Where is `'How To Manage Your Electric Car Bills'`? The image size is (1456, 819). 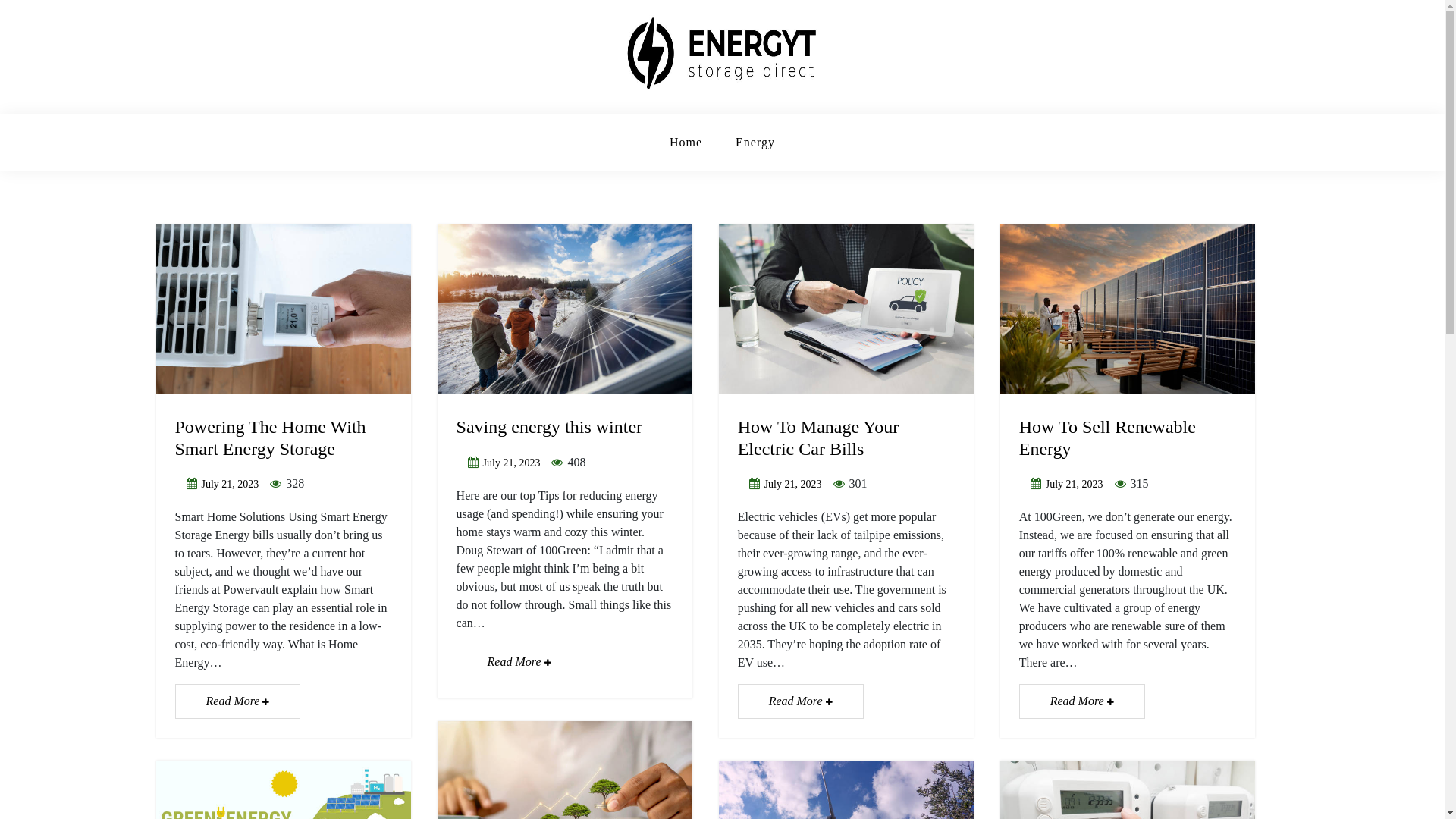
'How To Manage Your Electric Car Bills' is located at coordinates (817, 438).